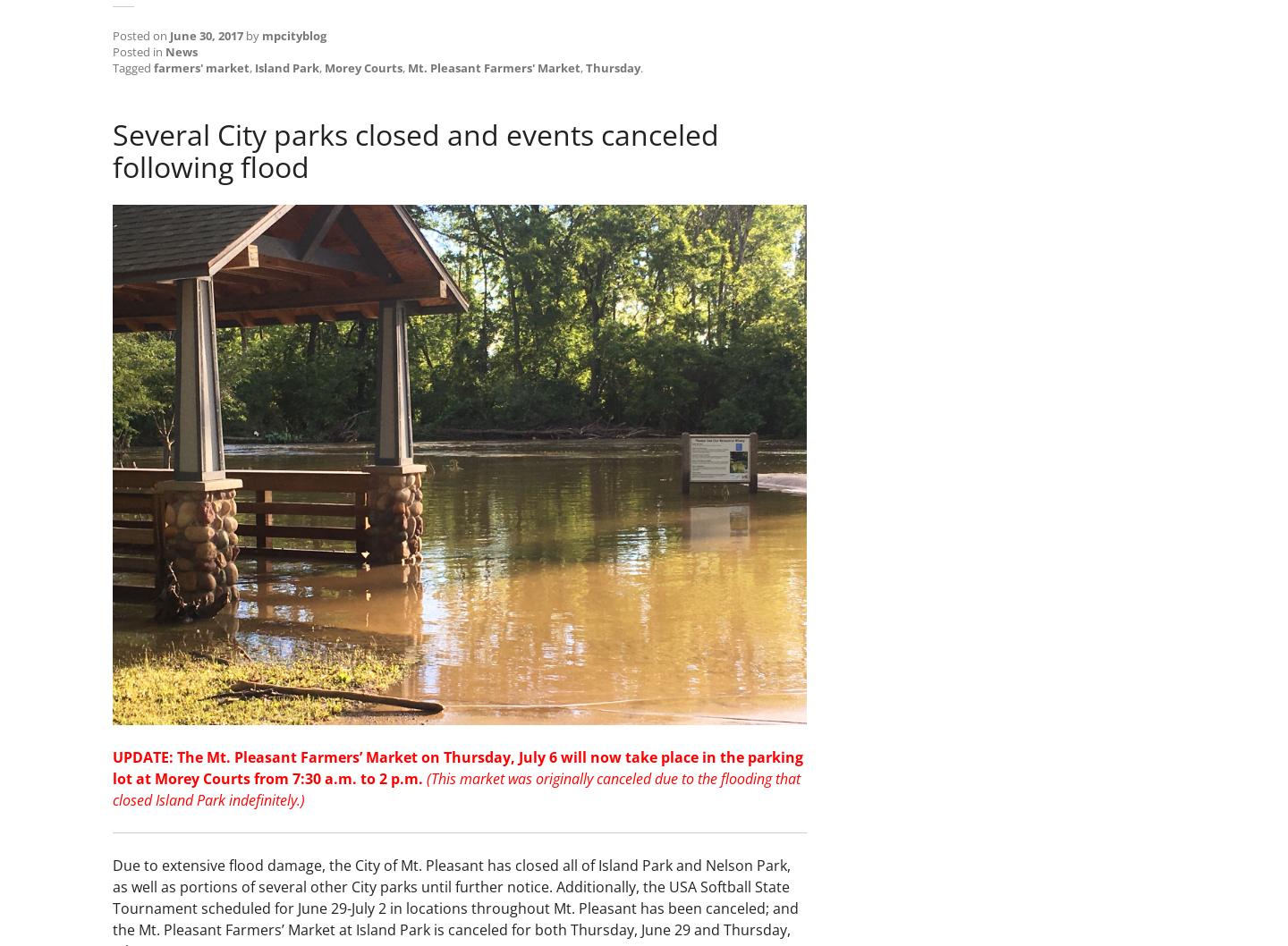  What do you see at coordinates (455, 790) in the screenshot?
I see `'(This market was originally canceled due to the flooding that closed Island Park indefinitely.)'` at bounding box center [455, 790].